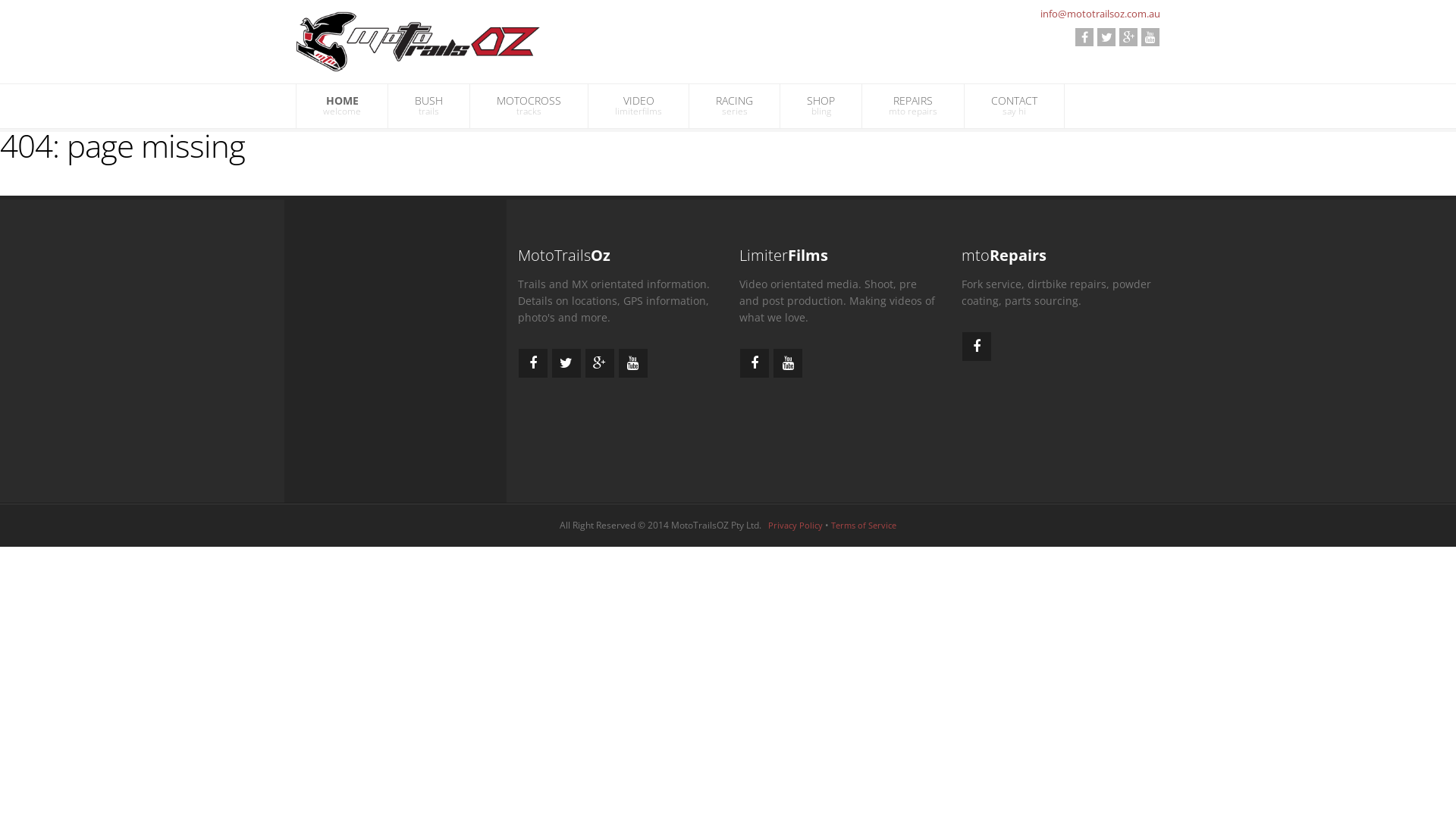  What do you see at coordinates (734, 105) in the screenshot?
I see `'RACING` at bounding box center [734, 105].